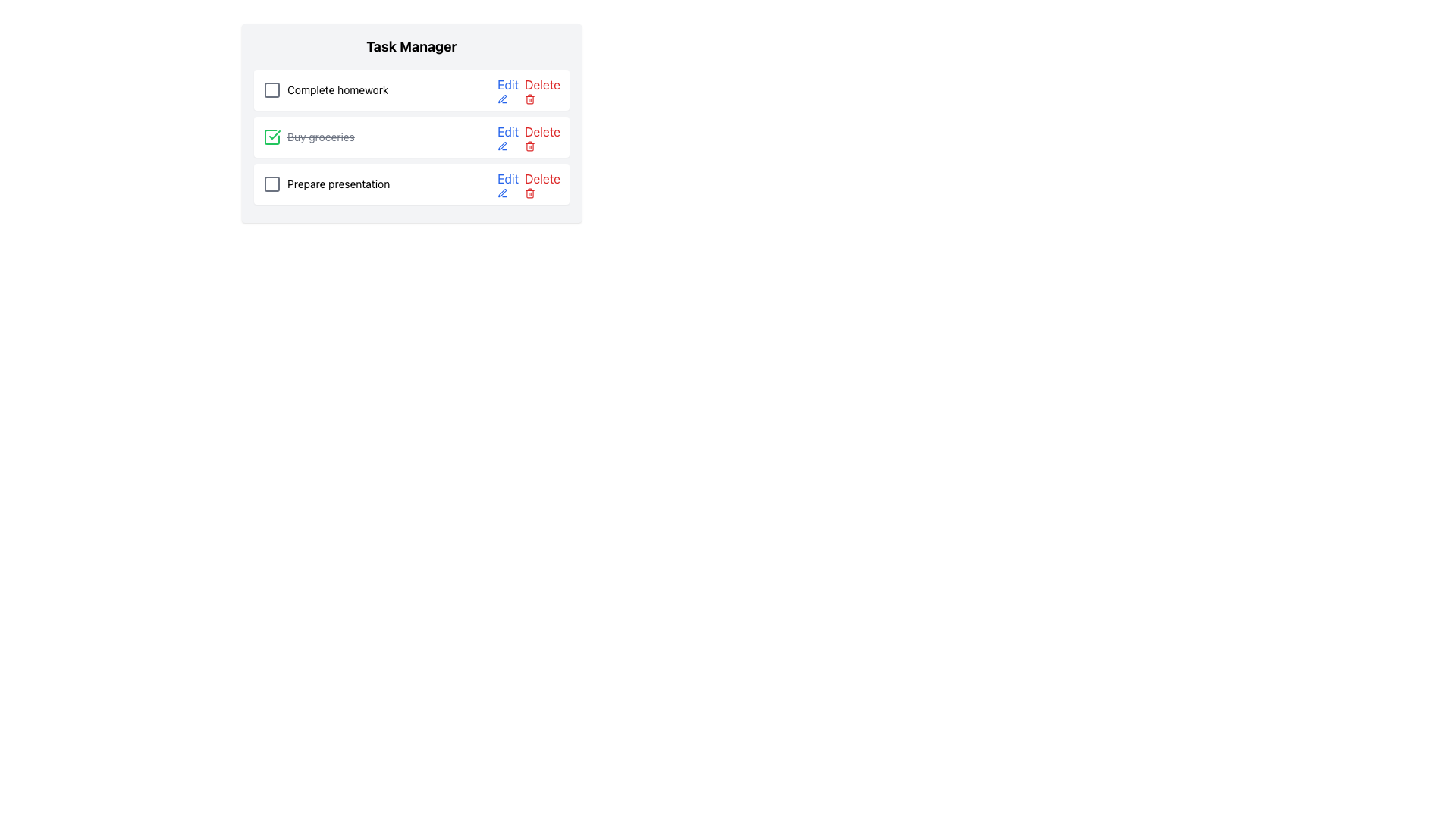  Describe the element at coordinates (542, 184) in the screenshot. I see `the 'Delete' button located in the task management interface` at that location.